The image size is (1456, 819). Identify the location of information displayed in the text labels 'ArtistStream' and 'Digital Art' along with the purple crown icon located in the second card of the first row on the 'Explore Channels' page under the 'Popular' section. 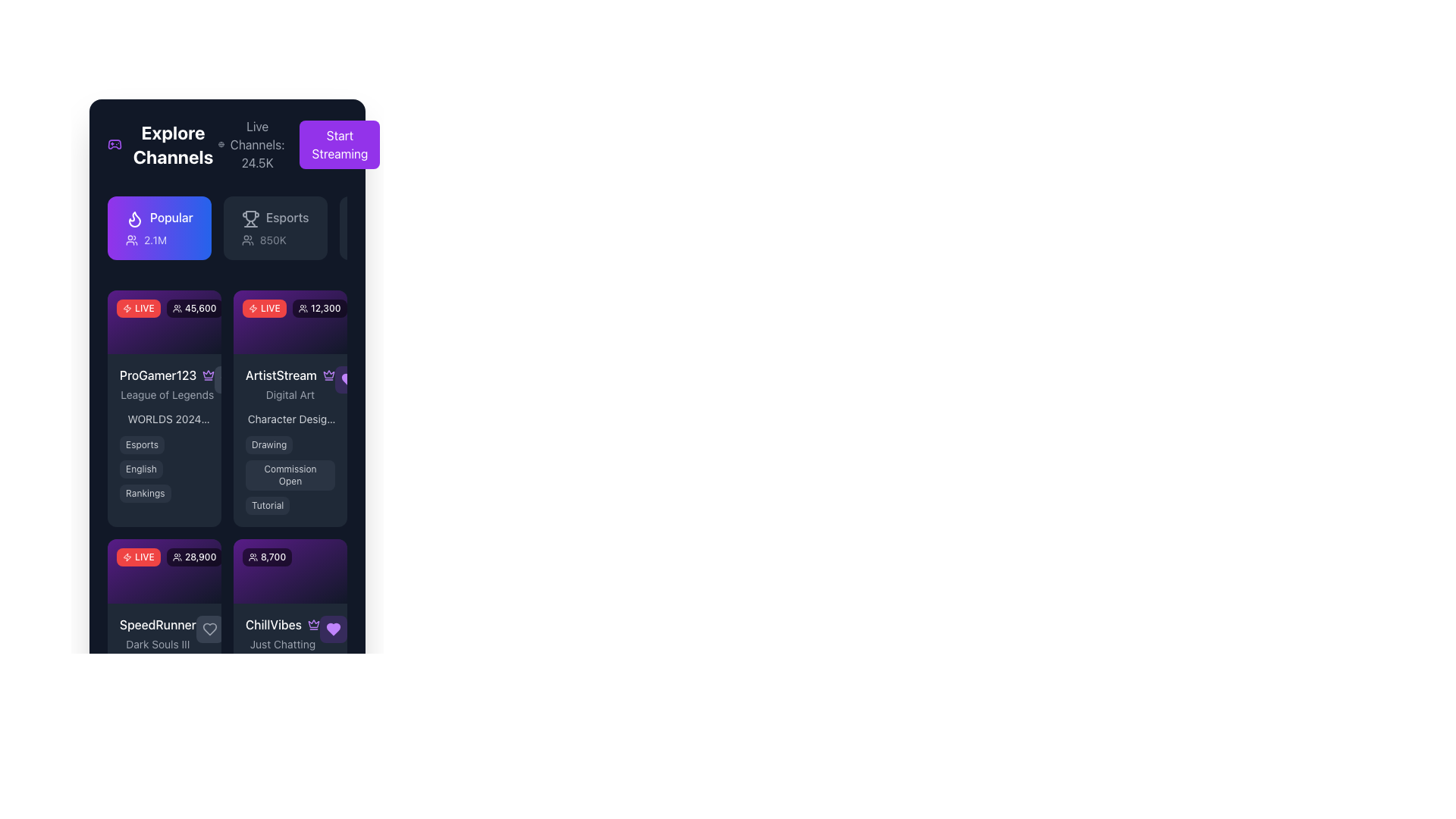
(290, 384).